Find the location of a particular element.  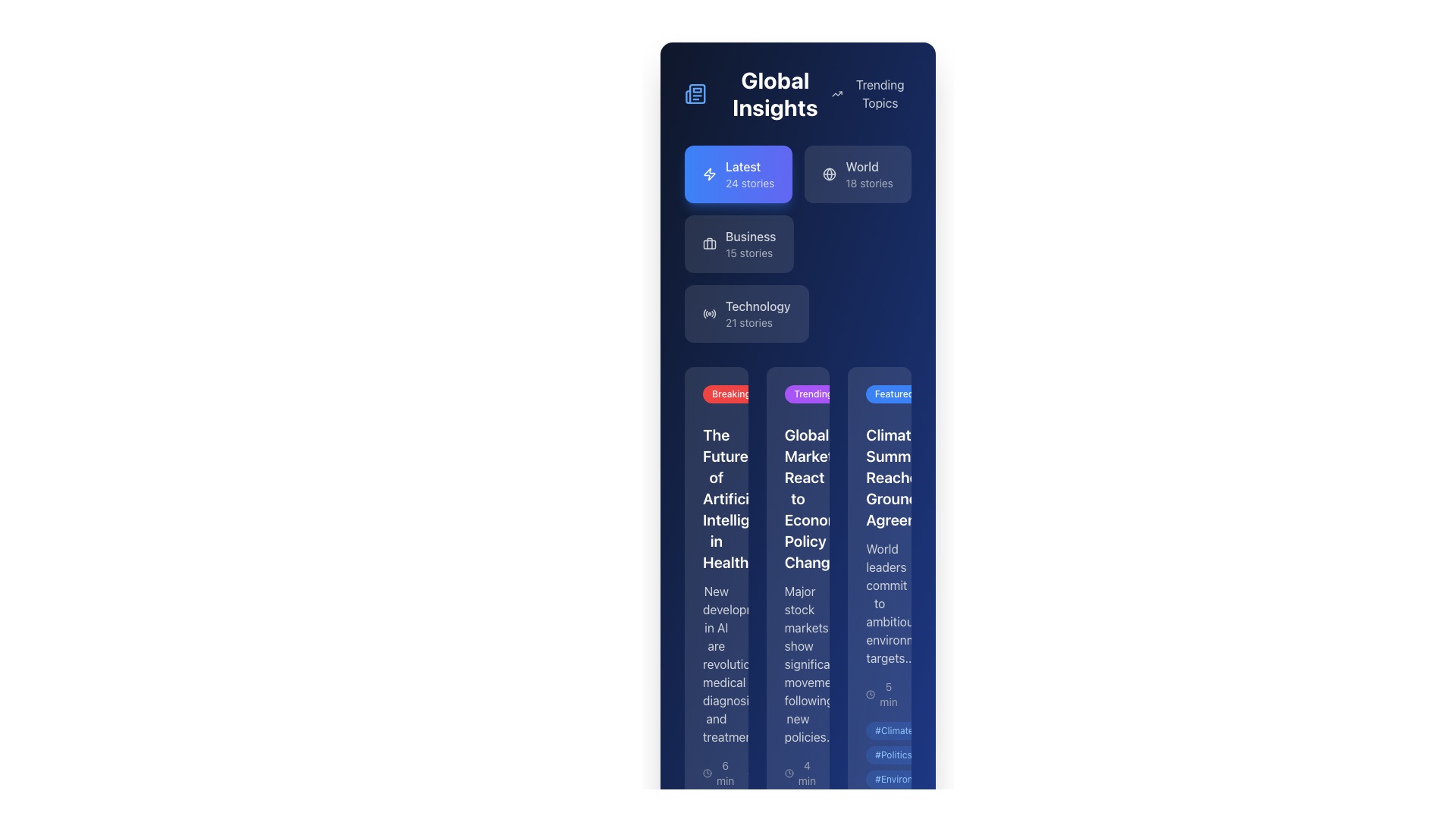

the prominently displayed heading text 'Climate Summit Reaches Groundbreaking Agreement' is located at coordinates (880, 476).